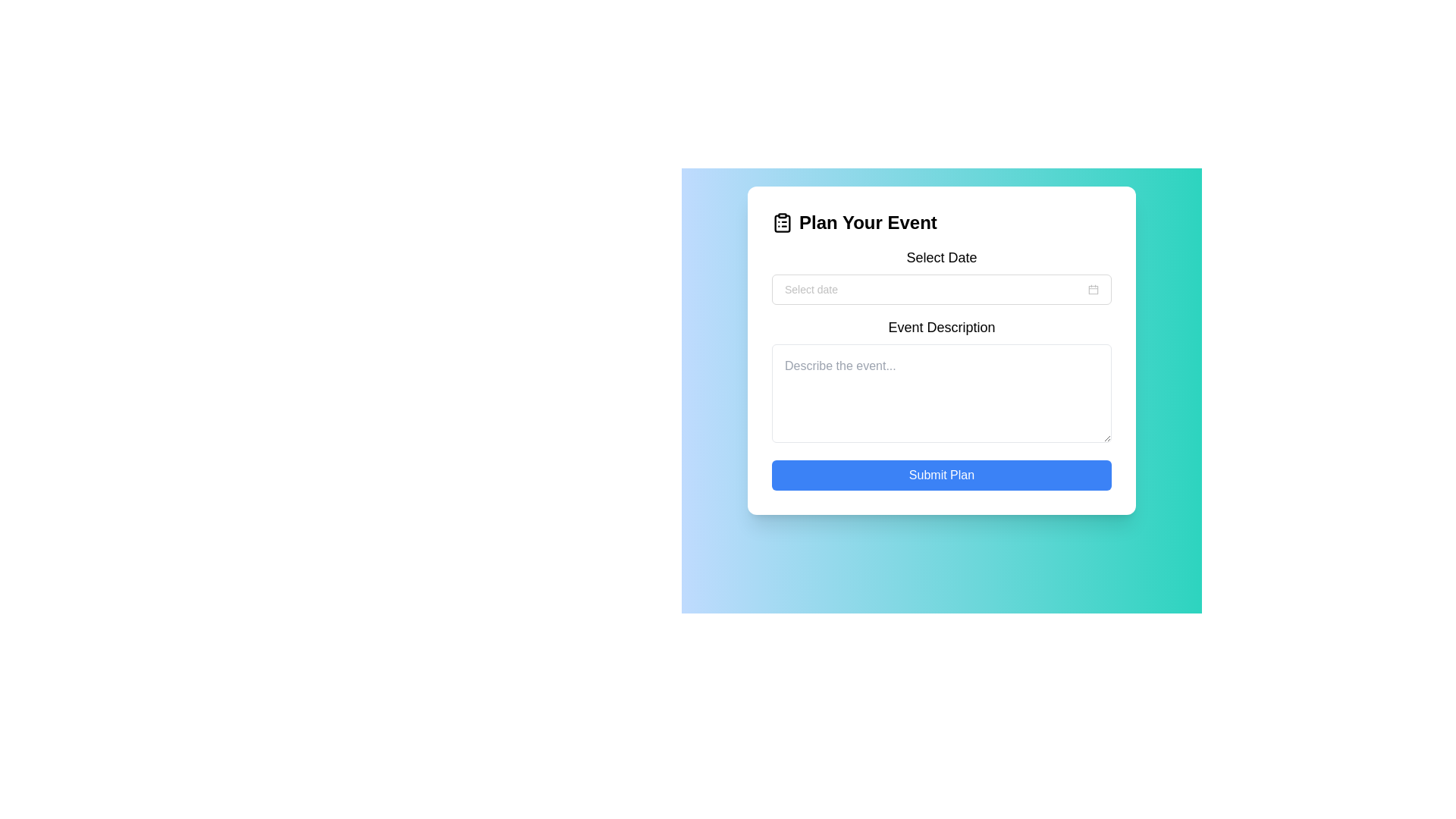 This screenshot has height=819, width=1456. Describe the element at coordinates (1093, 289) in the screenshot. I see `the calendar icon button located at the right end of the 'Select Date' input field` at that location.